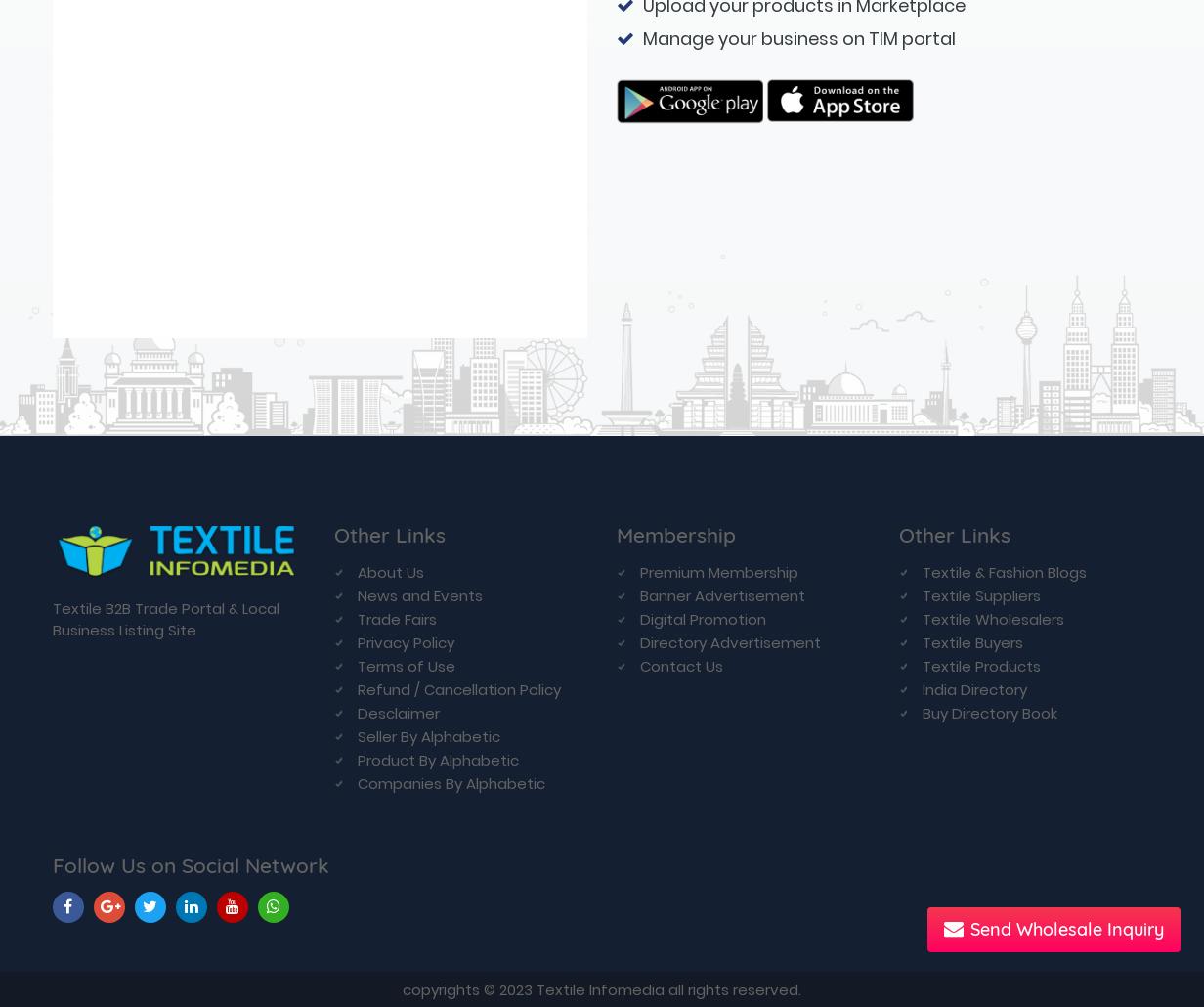 This screenshot has width=1204, height=1007. What do you see at coordinates (407, 56) in the screenshot?
I see `'Terms of Use'` at bounding box center [407, 56].